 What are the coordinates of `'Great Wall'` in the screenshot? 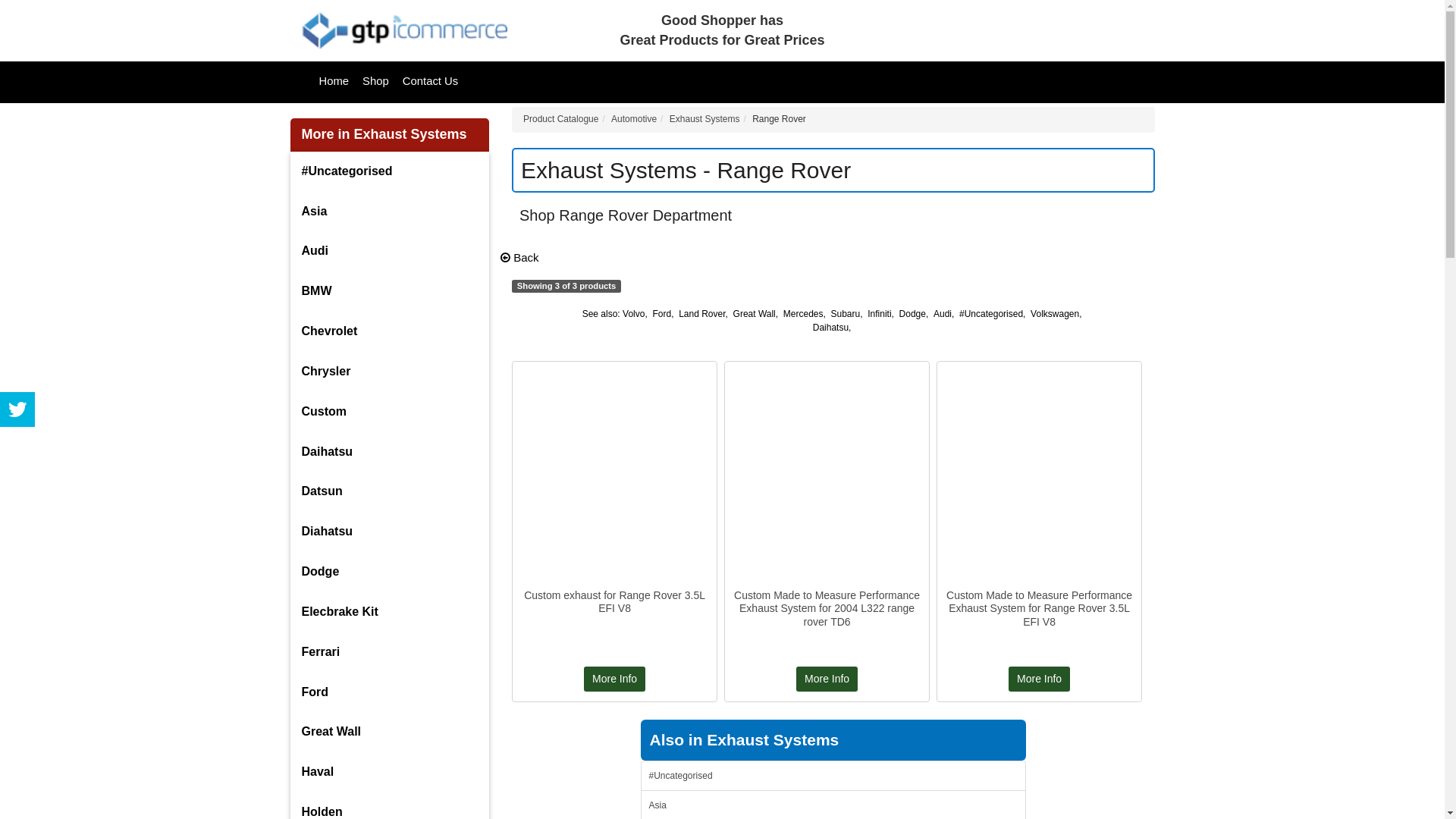 It's located at (754, 312).